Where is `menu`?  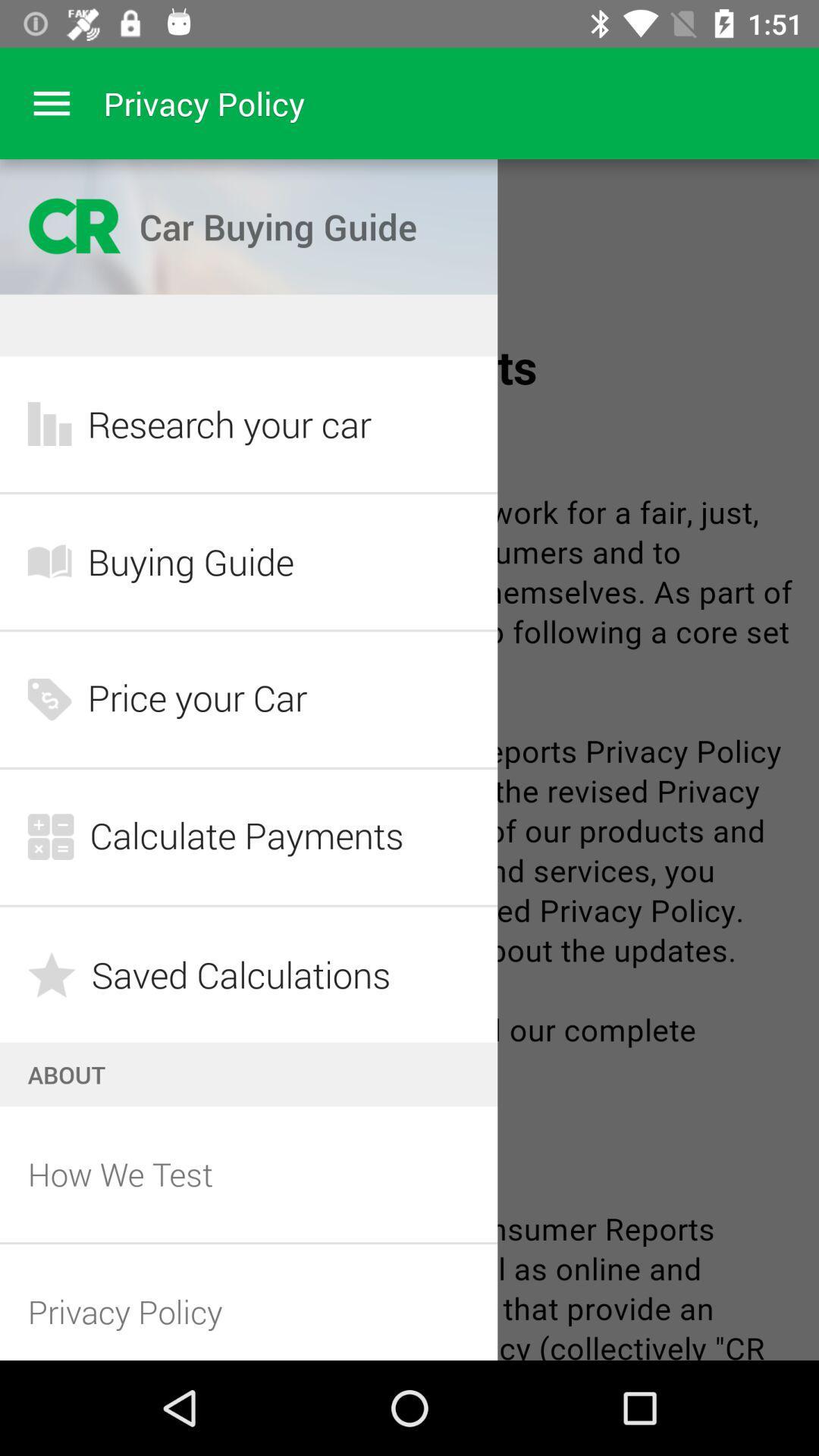
menu is located at coordinates (51, 102).